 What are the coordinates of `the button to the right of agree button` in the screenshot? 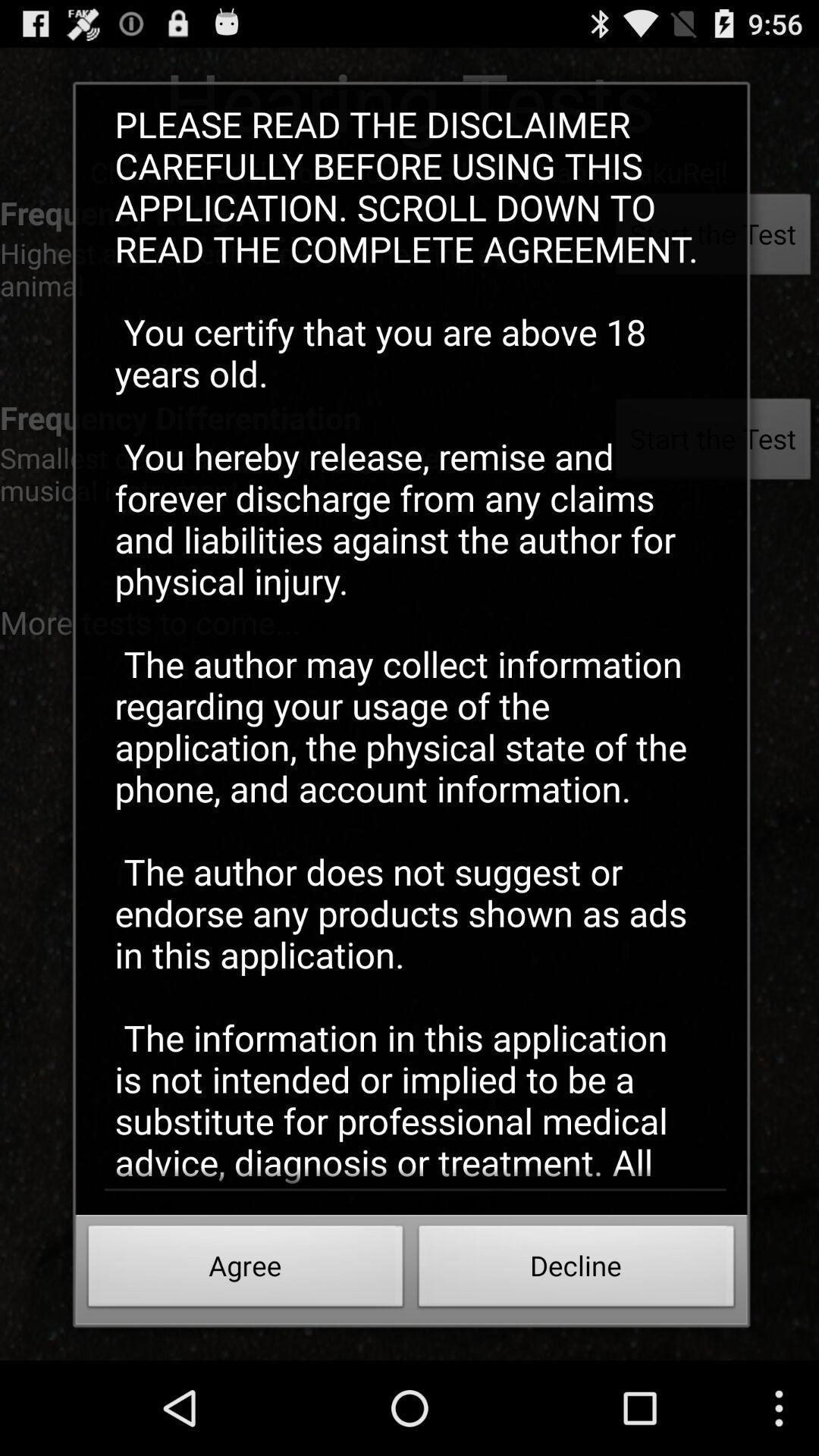 It's located at (576, 1270).